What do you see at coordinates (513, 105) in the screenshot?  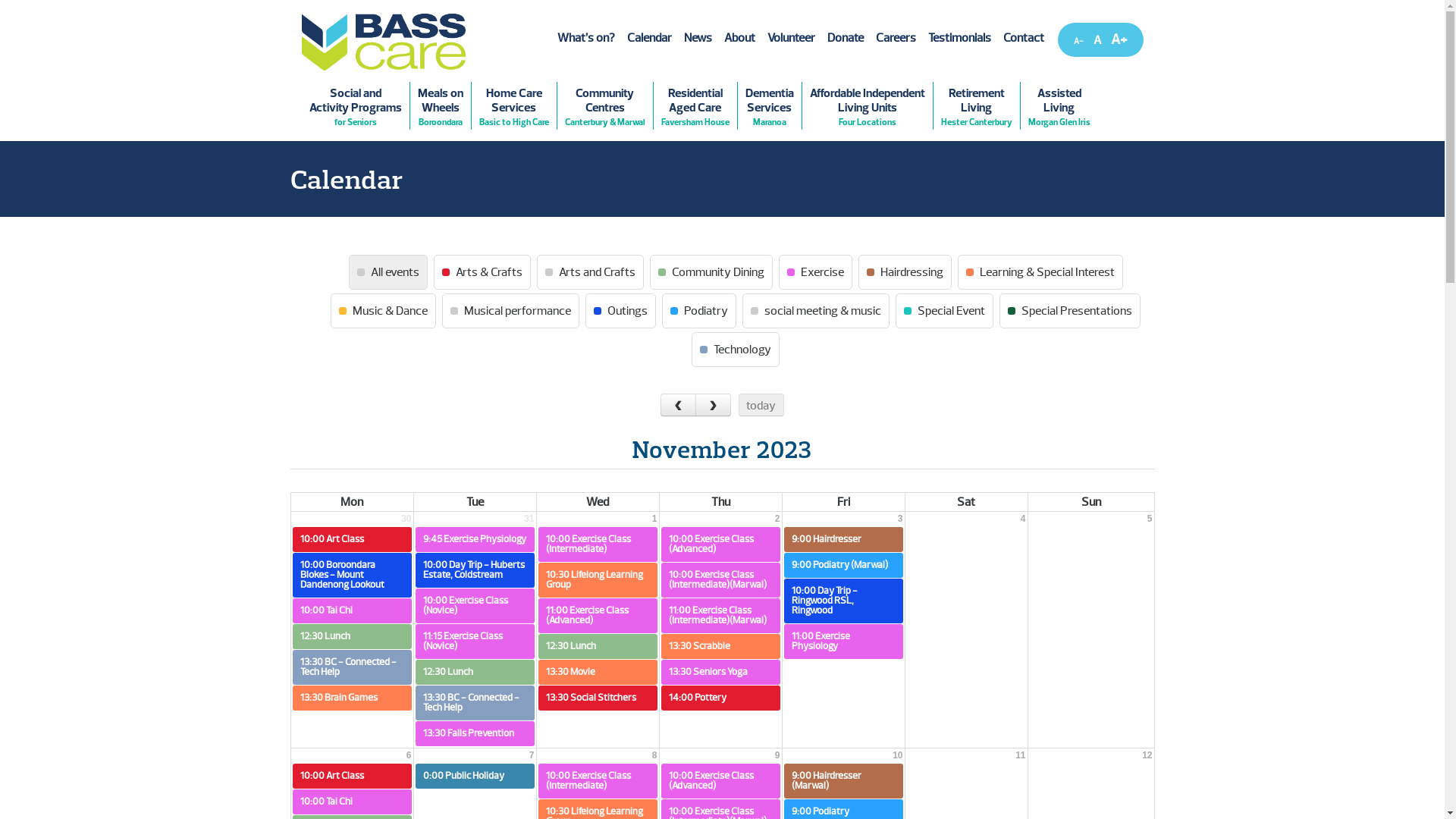 I see `'Home Care` at bounding box center [513, 105].